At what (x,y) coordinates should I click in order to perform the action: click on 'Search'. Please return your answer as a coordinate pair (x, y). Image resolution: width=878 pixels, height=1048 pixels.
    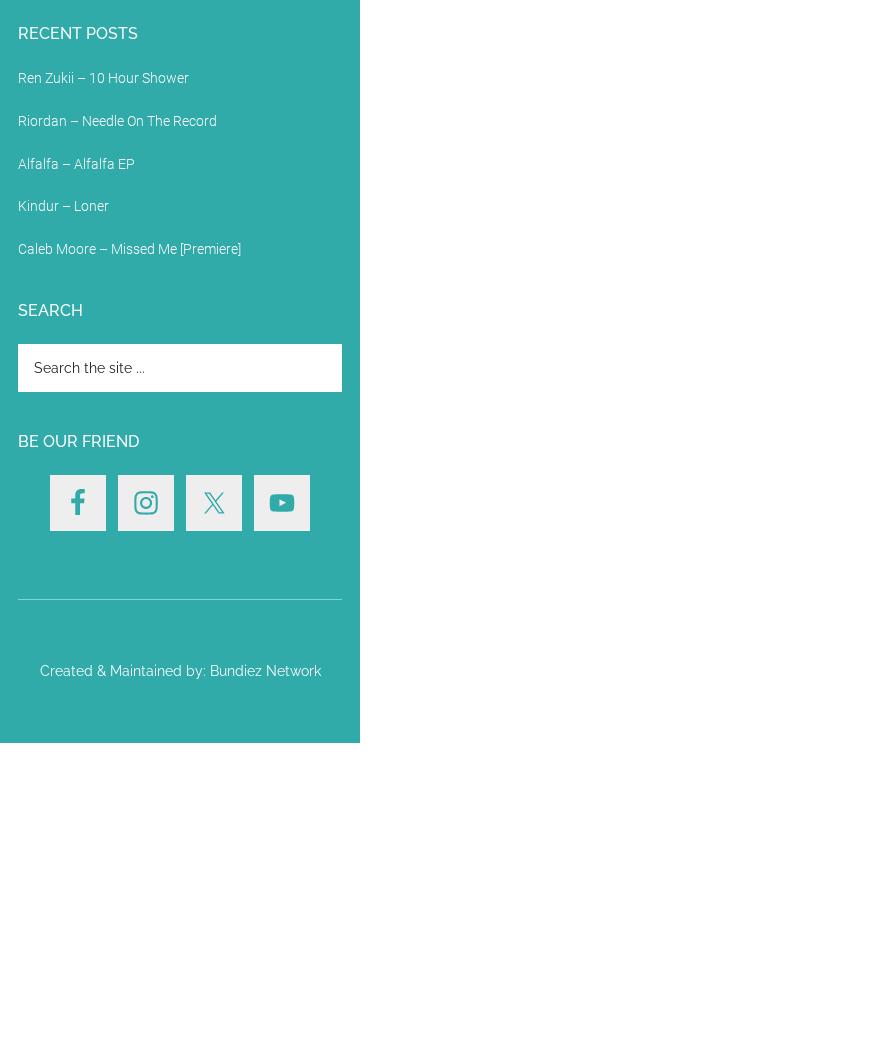
    Looking at the image, I should click on (16, 309).